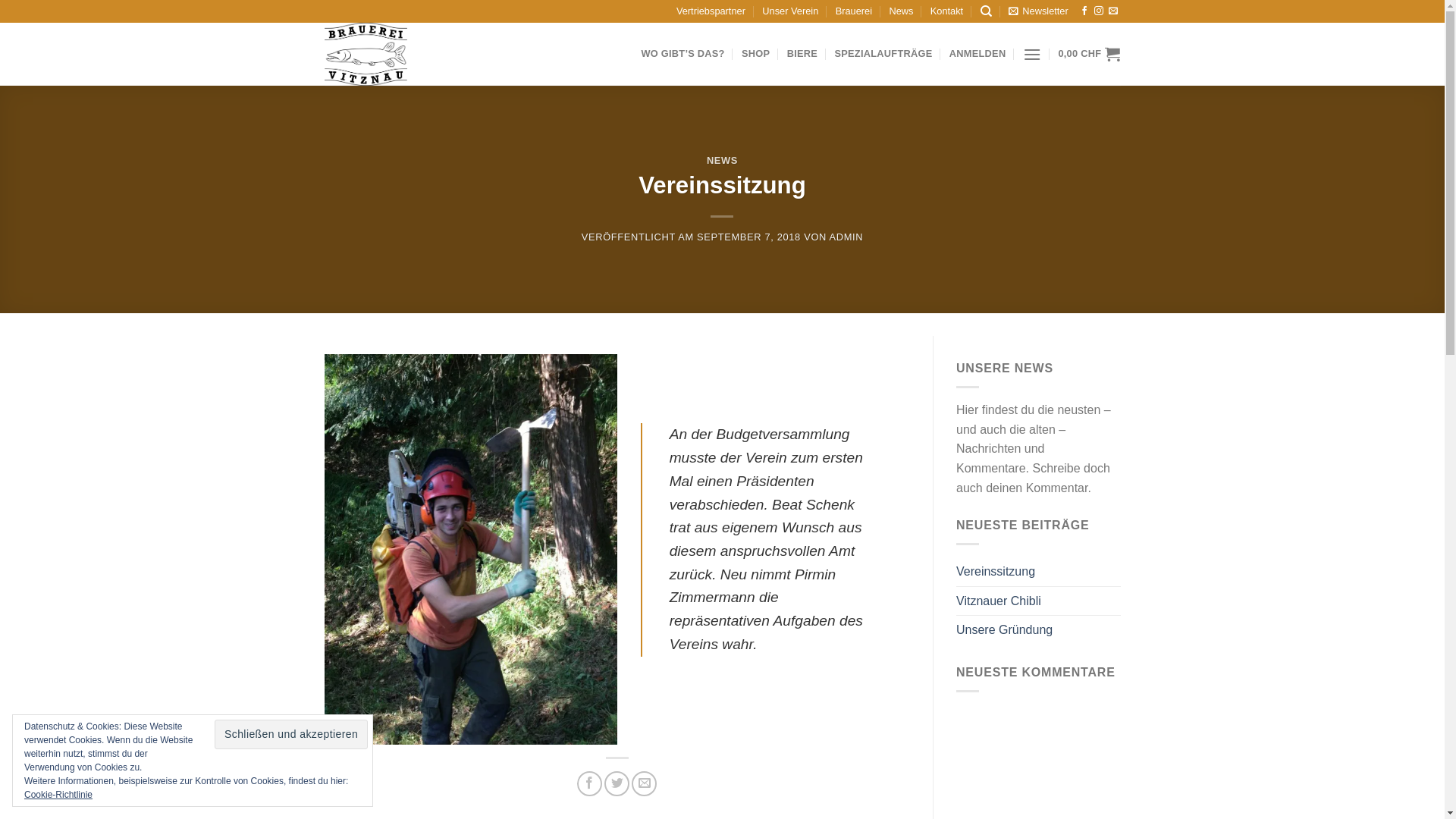 The image size is (1456, 819). What do you see at coordinates (854, 11) in the screenshot?
I see `'Brauerei'` at bounding box center [854, 11].